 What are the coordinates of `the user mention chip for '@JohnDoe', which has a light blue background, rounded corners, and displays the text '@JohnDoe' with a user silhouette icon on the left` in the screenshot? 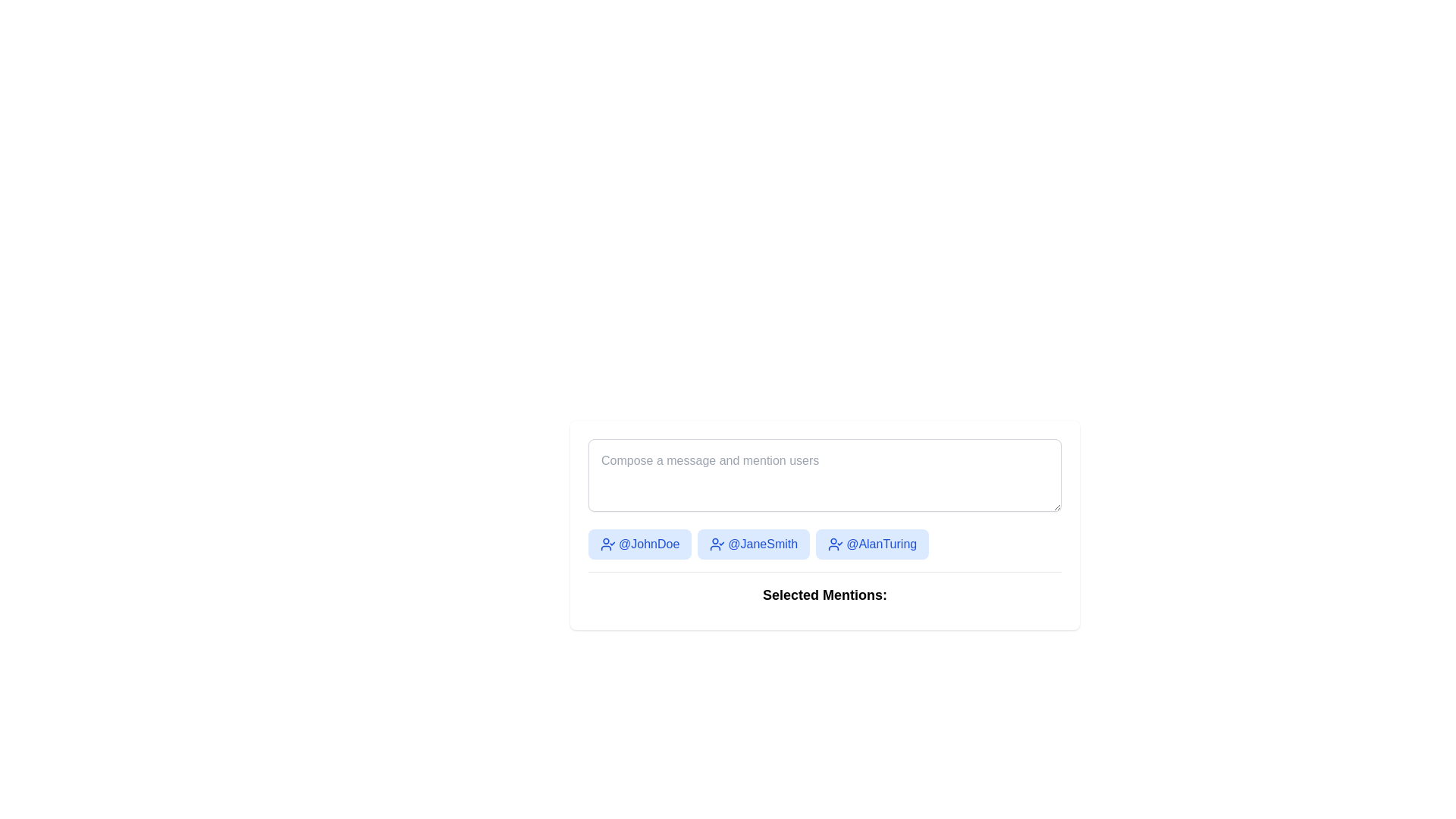 It's located at (640, 543).